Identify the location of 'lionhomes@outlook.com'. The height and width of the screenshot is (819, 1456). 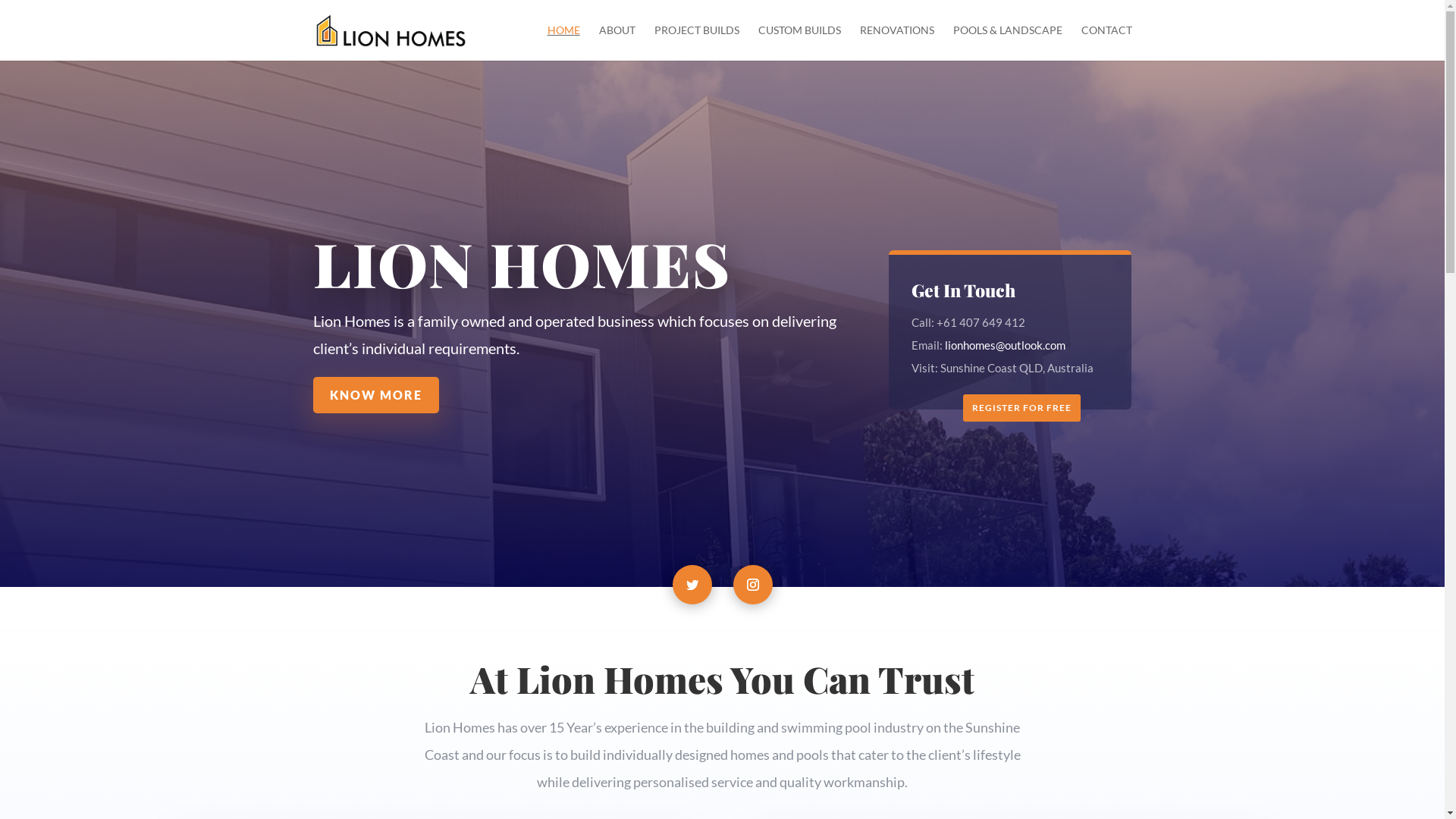
(1005, 345).